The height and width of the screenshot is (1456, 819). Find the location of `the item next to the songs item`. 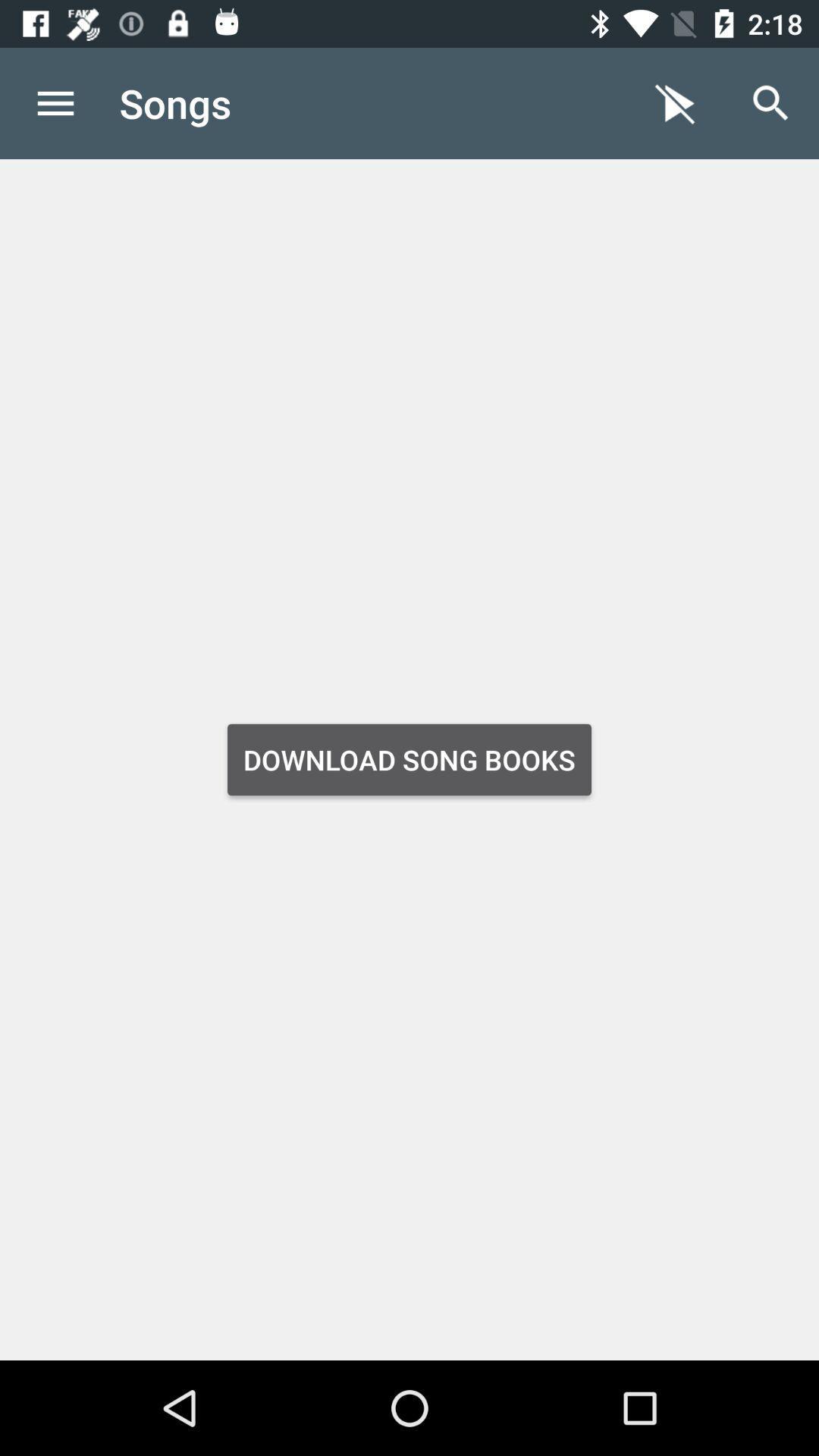

the item next to the songs item is located at coordinates (55, 102).